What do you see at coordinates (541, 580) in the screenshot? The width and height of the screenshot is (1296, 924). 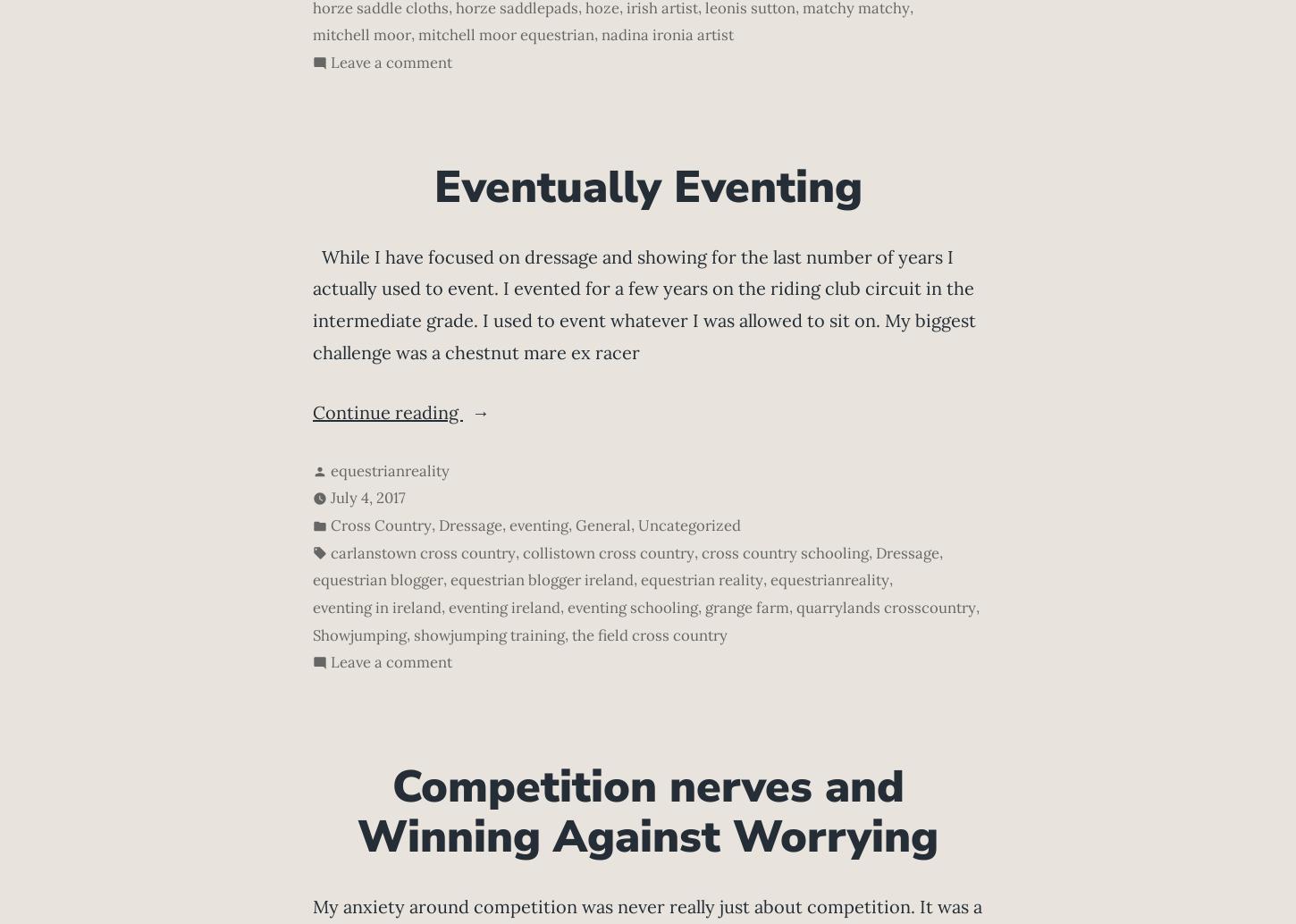 I see `'equestrian blogger ireland'` at bounding box center [541, 580].